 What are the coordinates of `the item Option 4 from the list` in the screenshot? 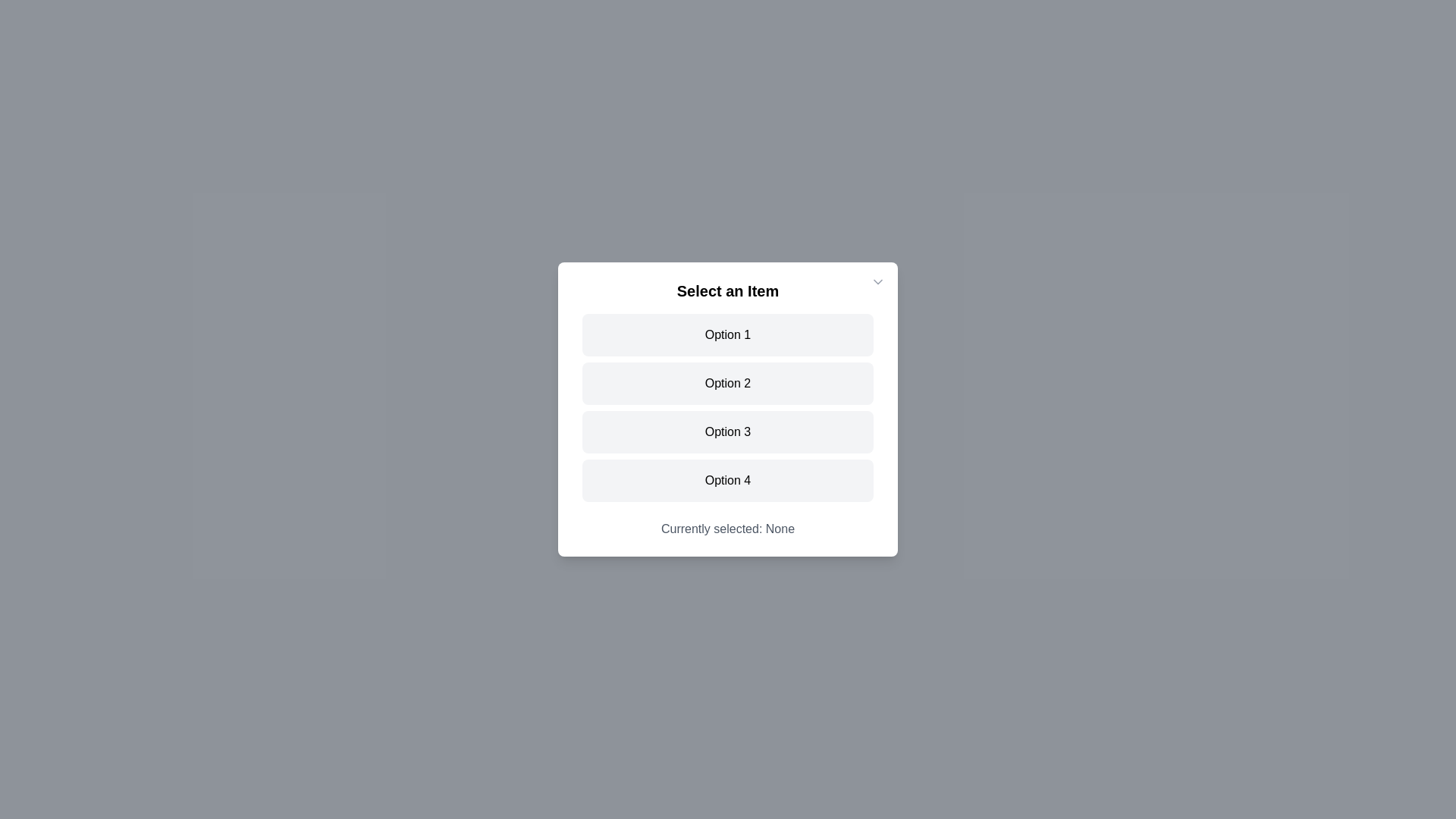 It's located at (728, 480).